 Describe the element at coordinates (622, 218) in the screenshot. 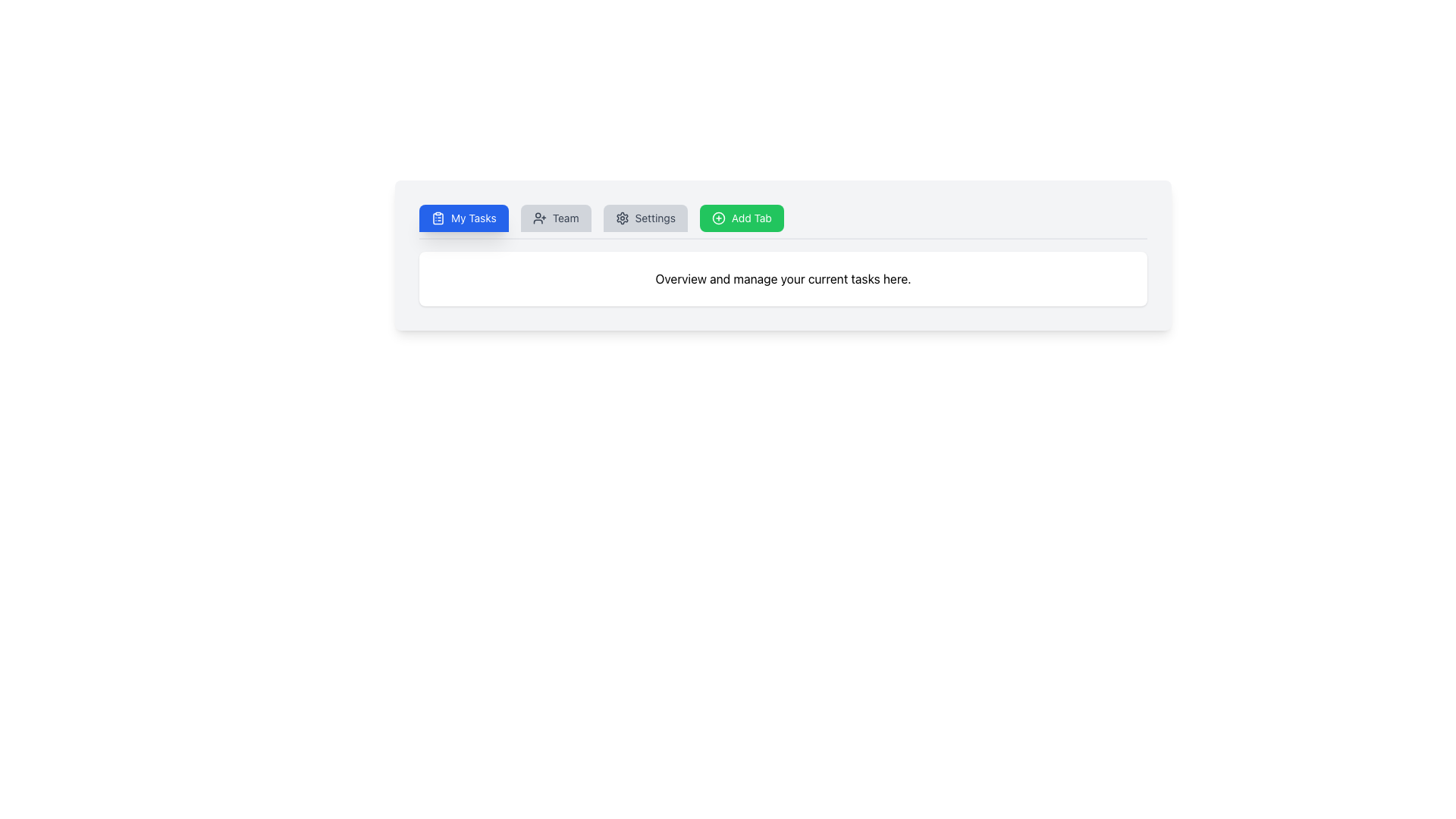

I see `the small gear-shaped gray icon that represents the settings symbol, located in the navigation bar between the 'Team' button and the 'Add Tab' button` at that location.